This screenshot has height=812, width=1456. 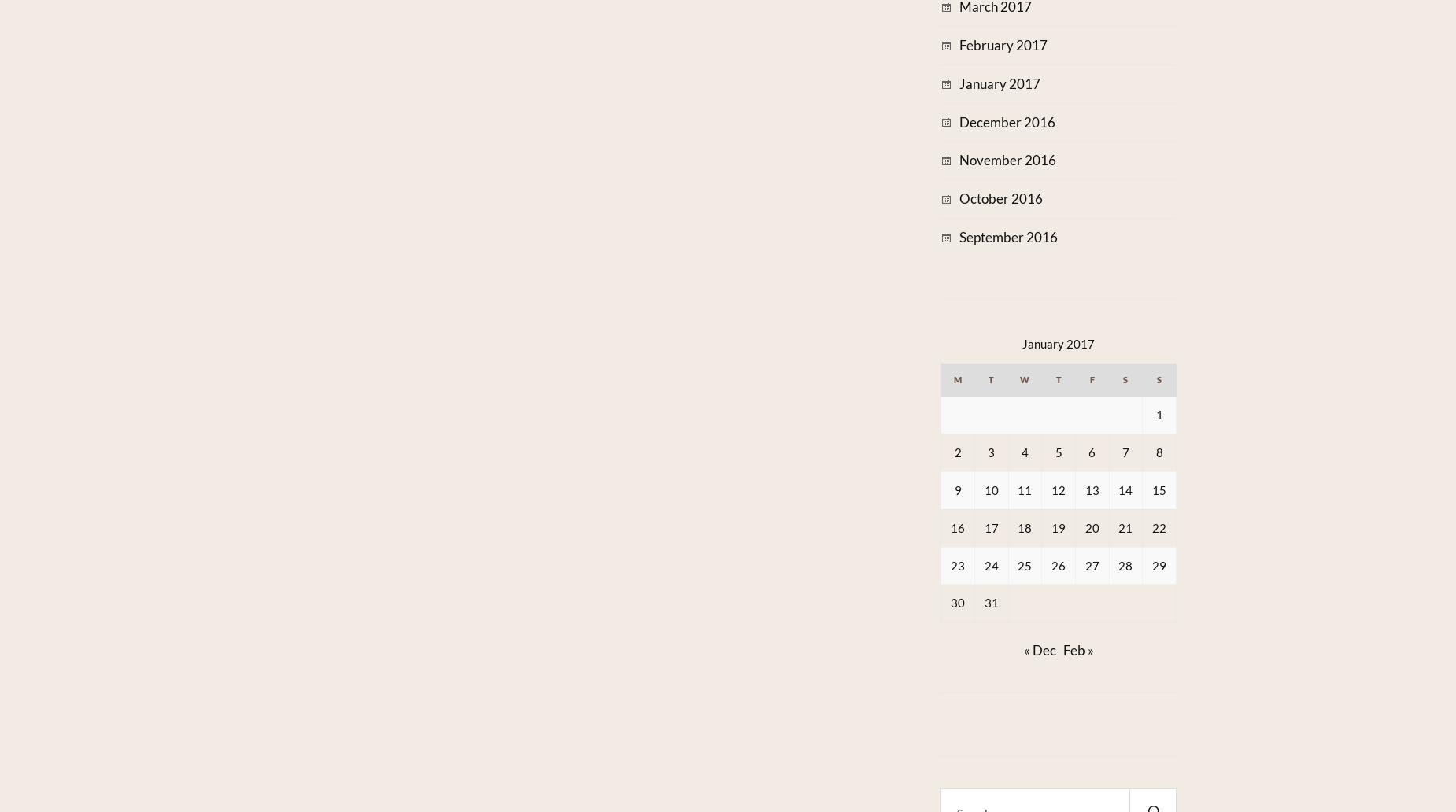 I want to click on '7', so click(x=1125, y=452).